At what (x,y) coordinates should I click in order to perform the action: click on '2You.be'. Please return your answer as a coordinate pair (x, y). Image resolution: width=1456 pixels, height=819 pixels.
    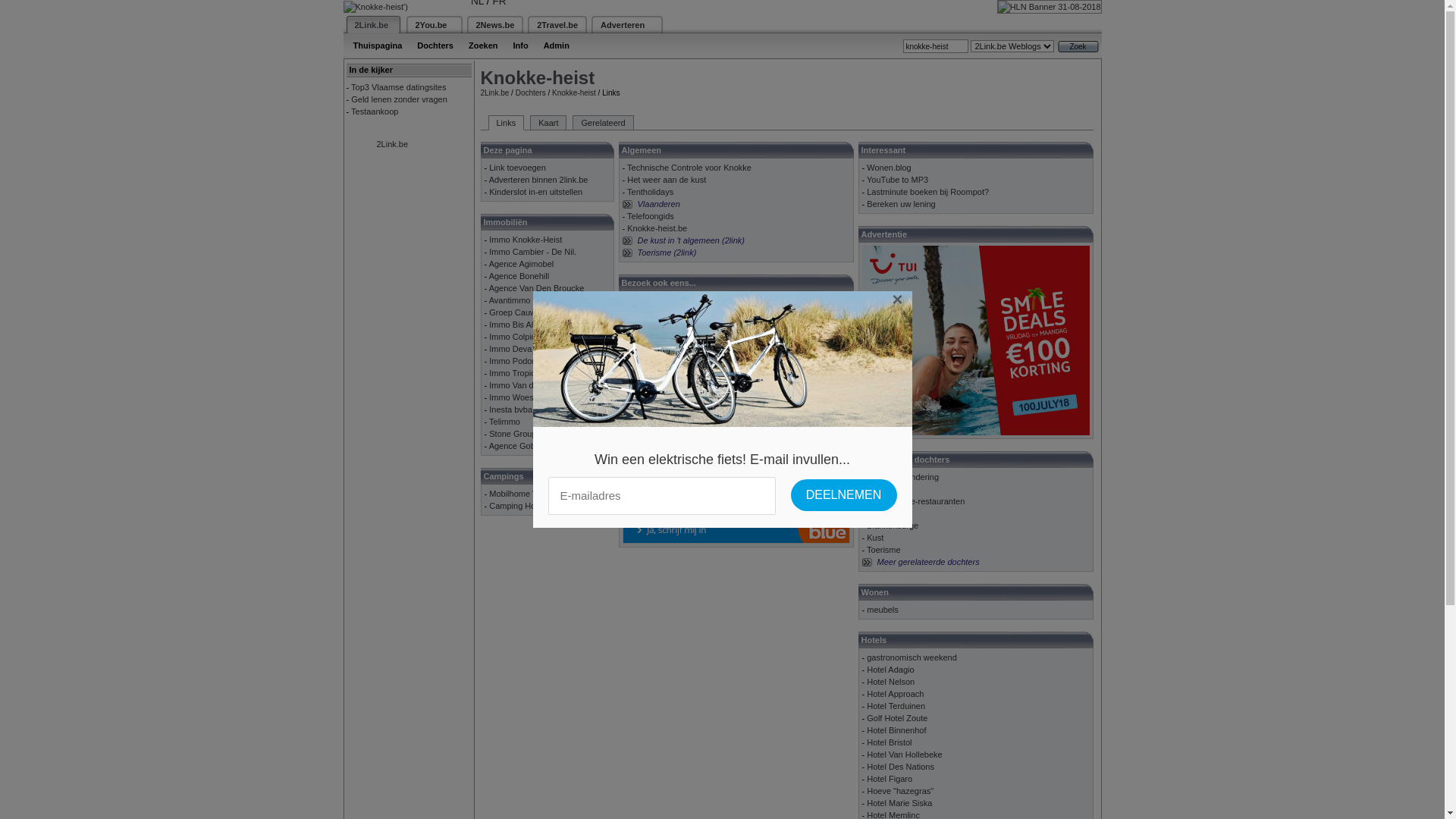
    Looking at the image, I should click on (431, 25).